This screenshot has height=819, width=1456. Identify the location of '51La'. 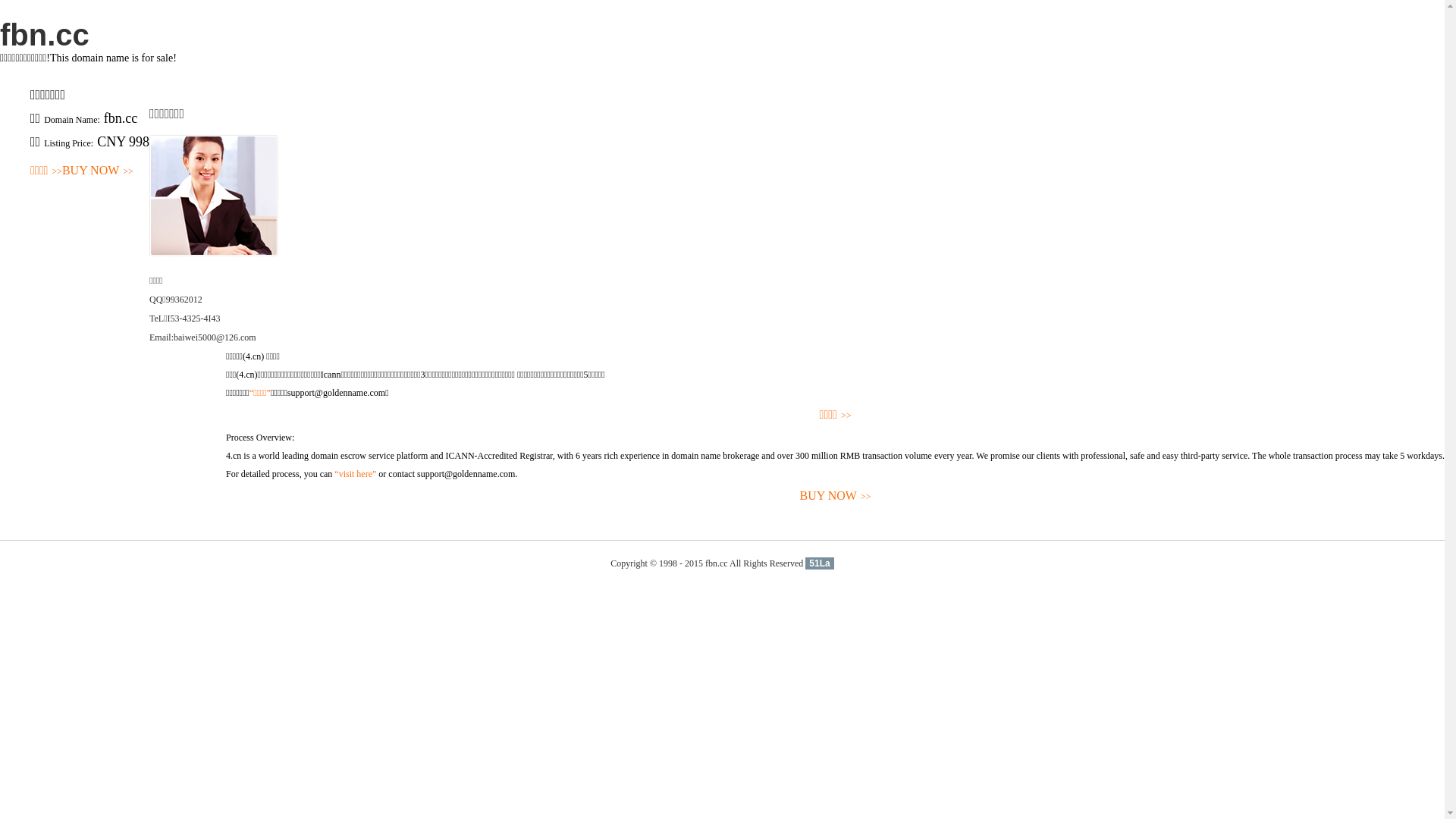
(818, 563).